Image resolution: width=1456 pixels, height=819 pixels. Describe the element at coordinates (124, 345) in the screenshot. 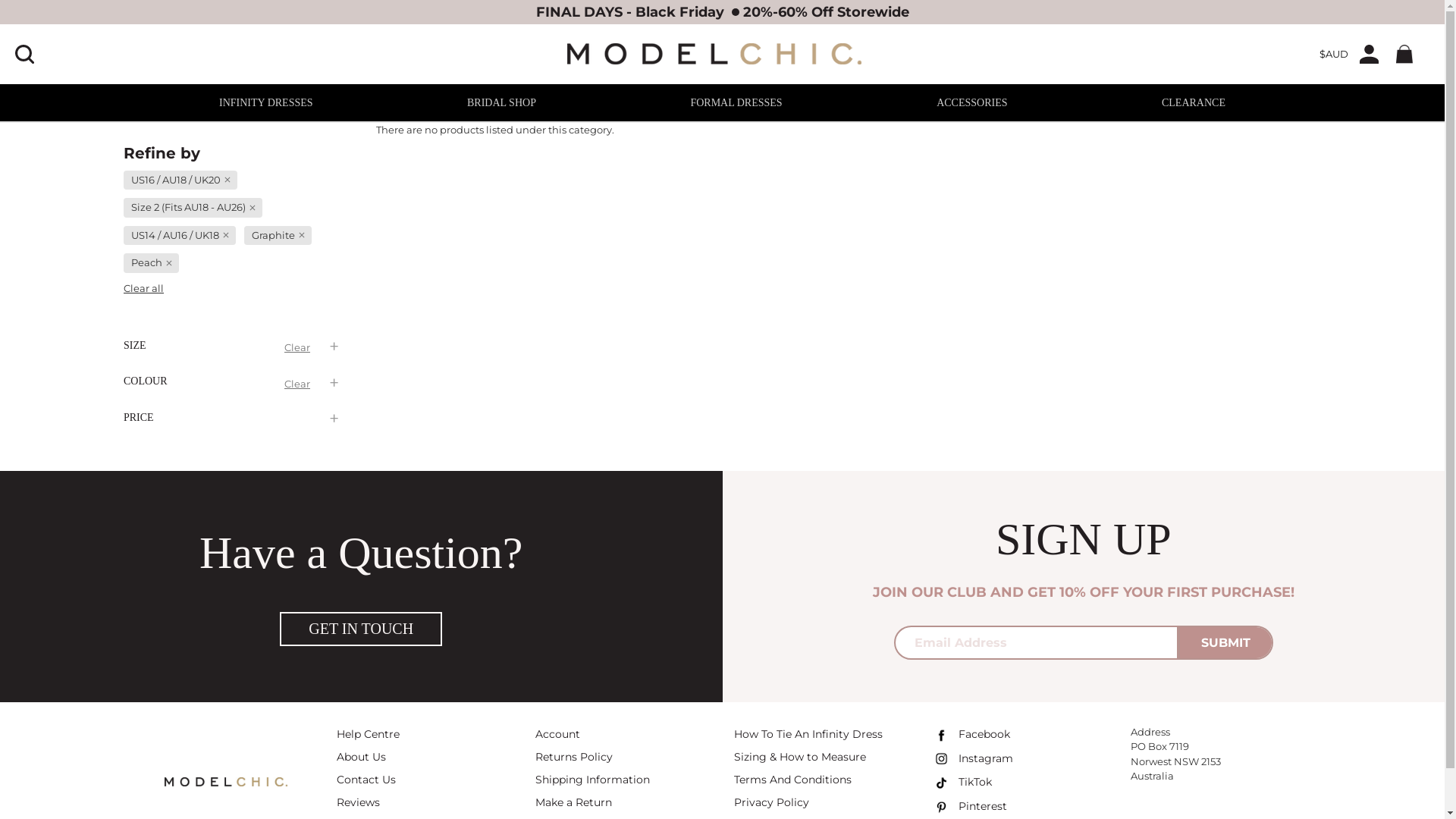

I see `'SIZE'` at that location.